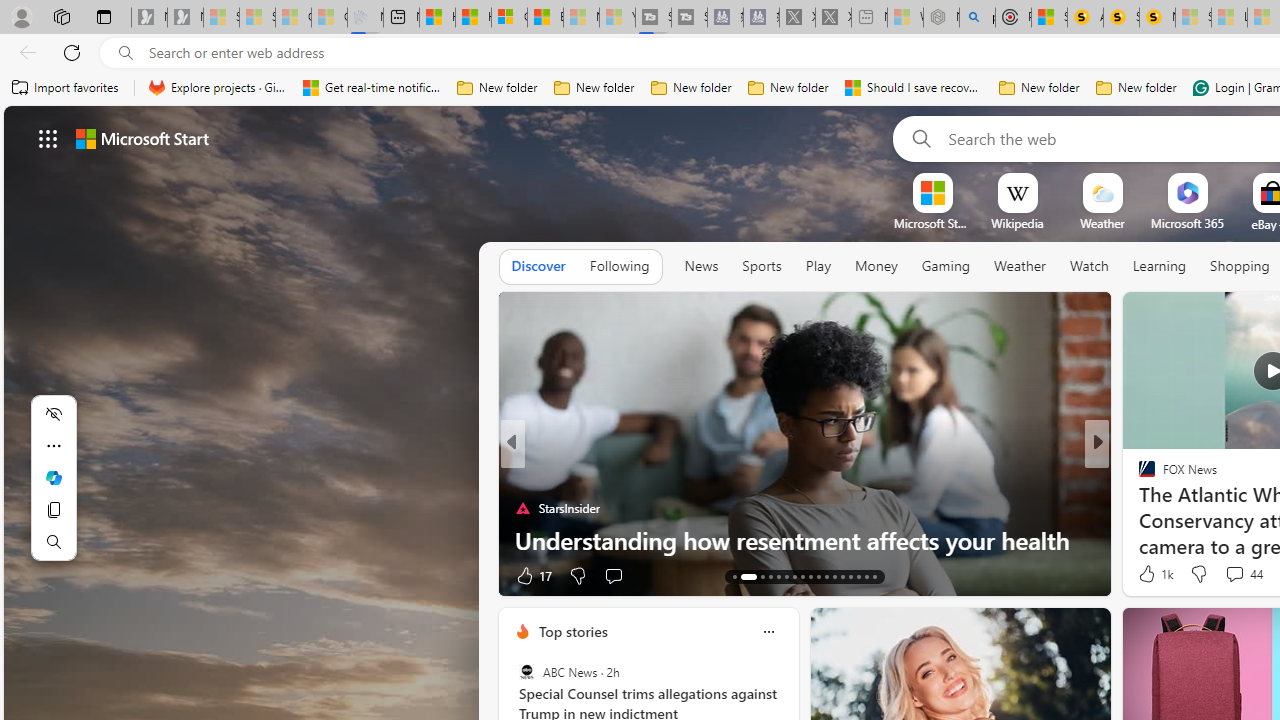 This screenshot has height=720, width=1280. Describe the element at coordinates (1166, 506) in the screenshot. I see `'Nordace.com'` at that location.